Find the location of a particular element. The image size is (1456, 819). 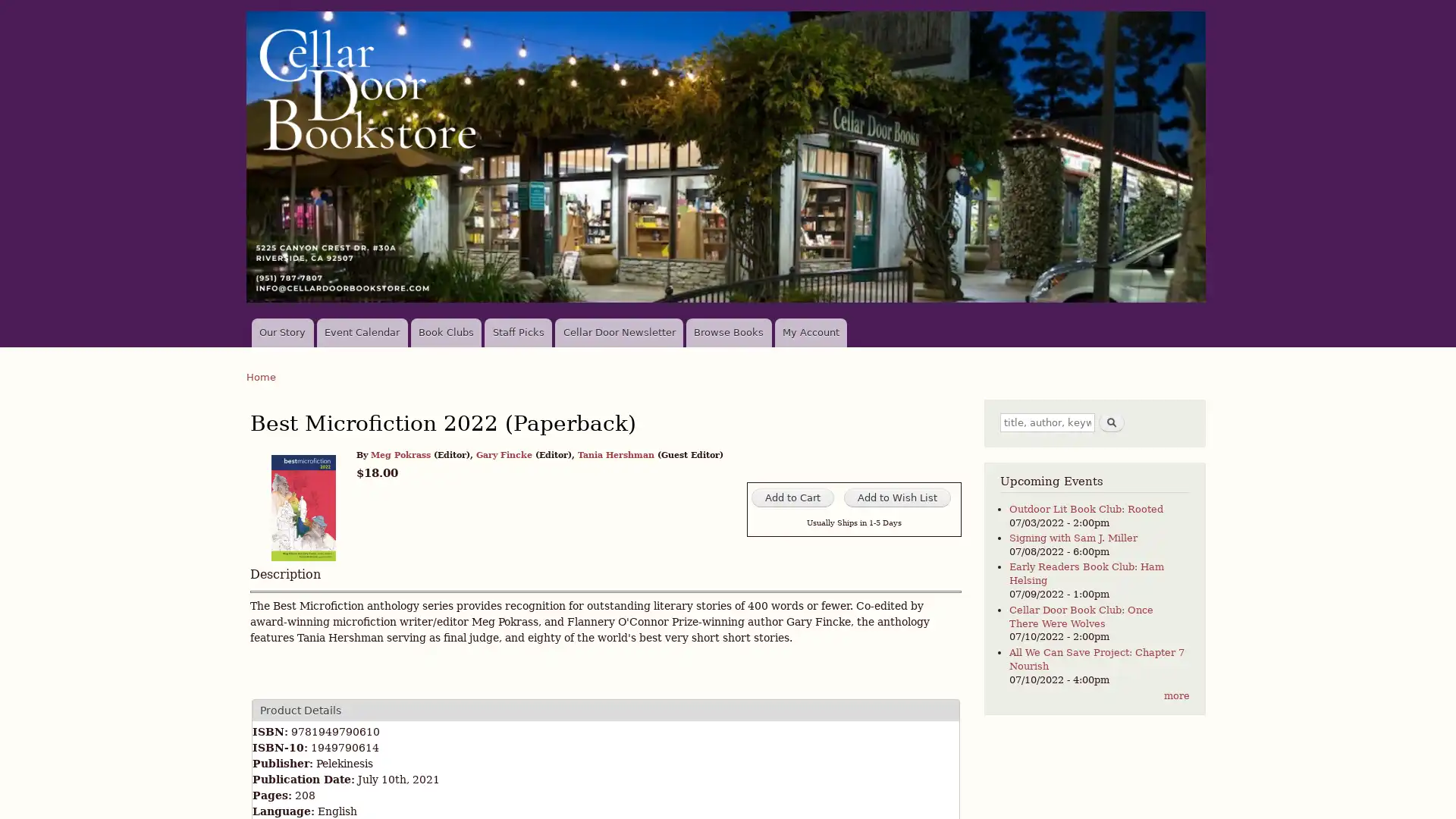

Add to Cart is located at coordinates (791, 497).